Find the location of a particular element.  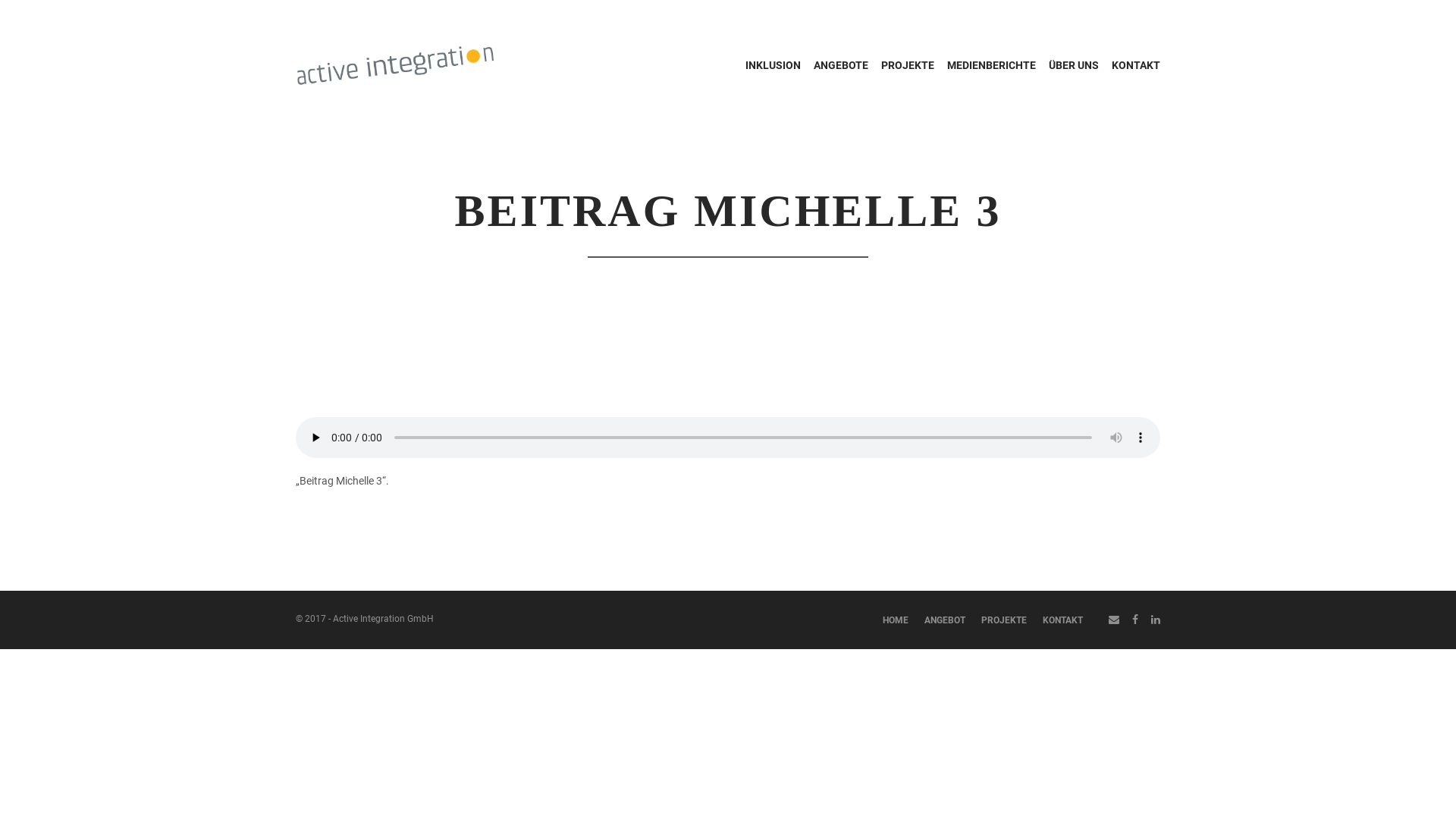

'PROJEKTE' is located at coordinates (1004, 620).